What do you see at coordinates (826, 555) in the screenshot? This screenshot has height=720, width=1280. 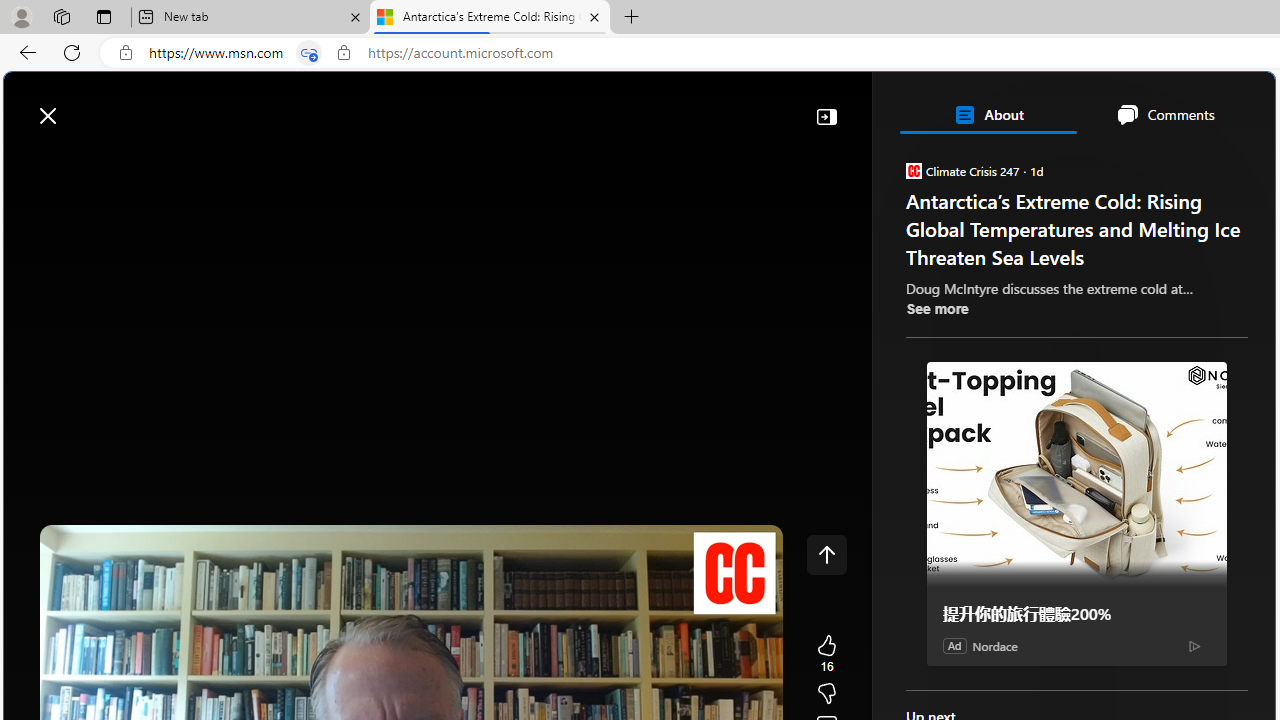 I see `'Class: control icon-only'` at bounding box center [826, 555].